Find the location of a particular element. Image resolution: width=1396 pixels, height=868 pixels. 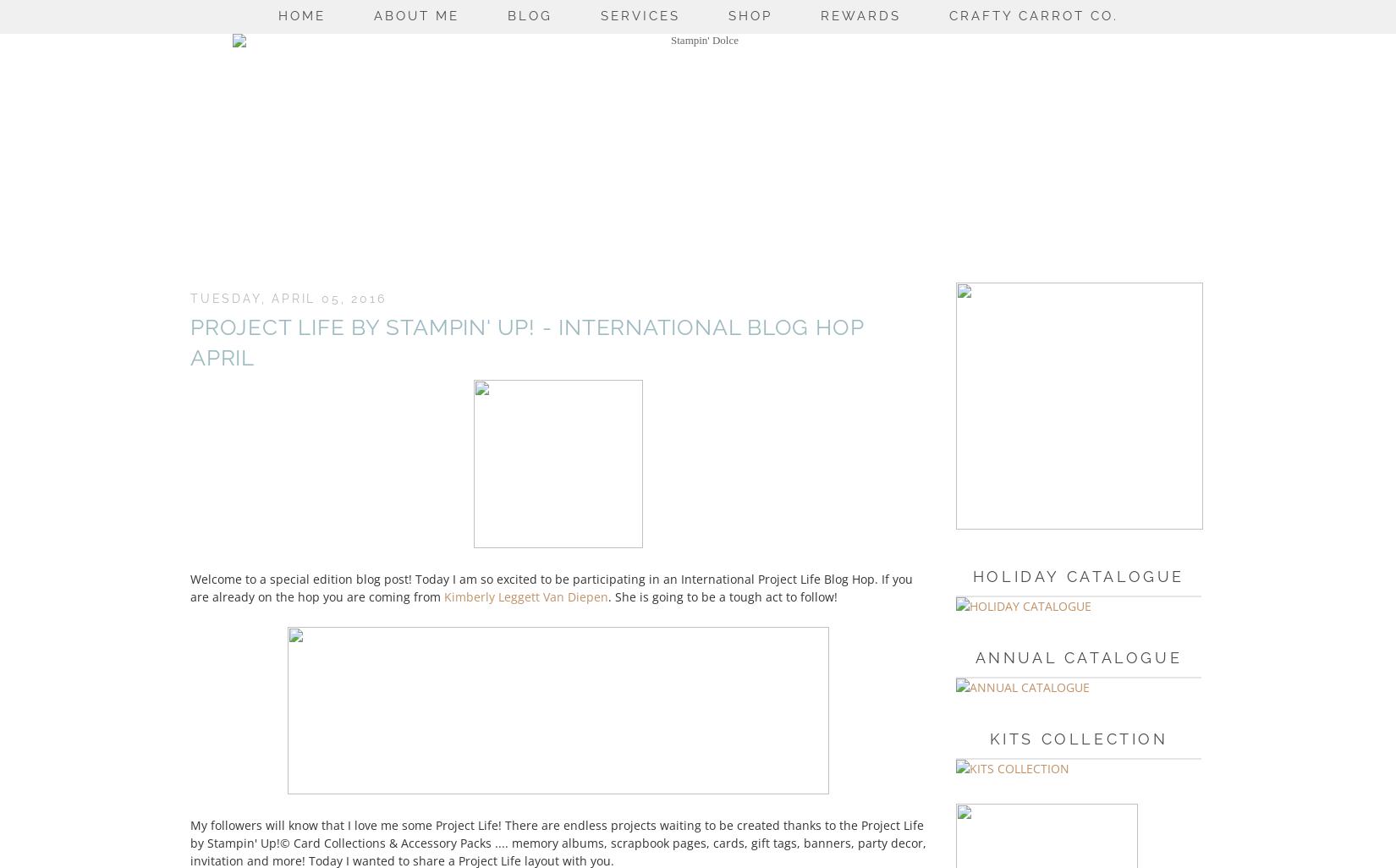

'HOLIDAY CATALOGUE' is located at coordinates (1077, 574).